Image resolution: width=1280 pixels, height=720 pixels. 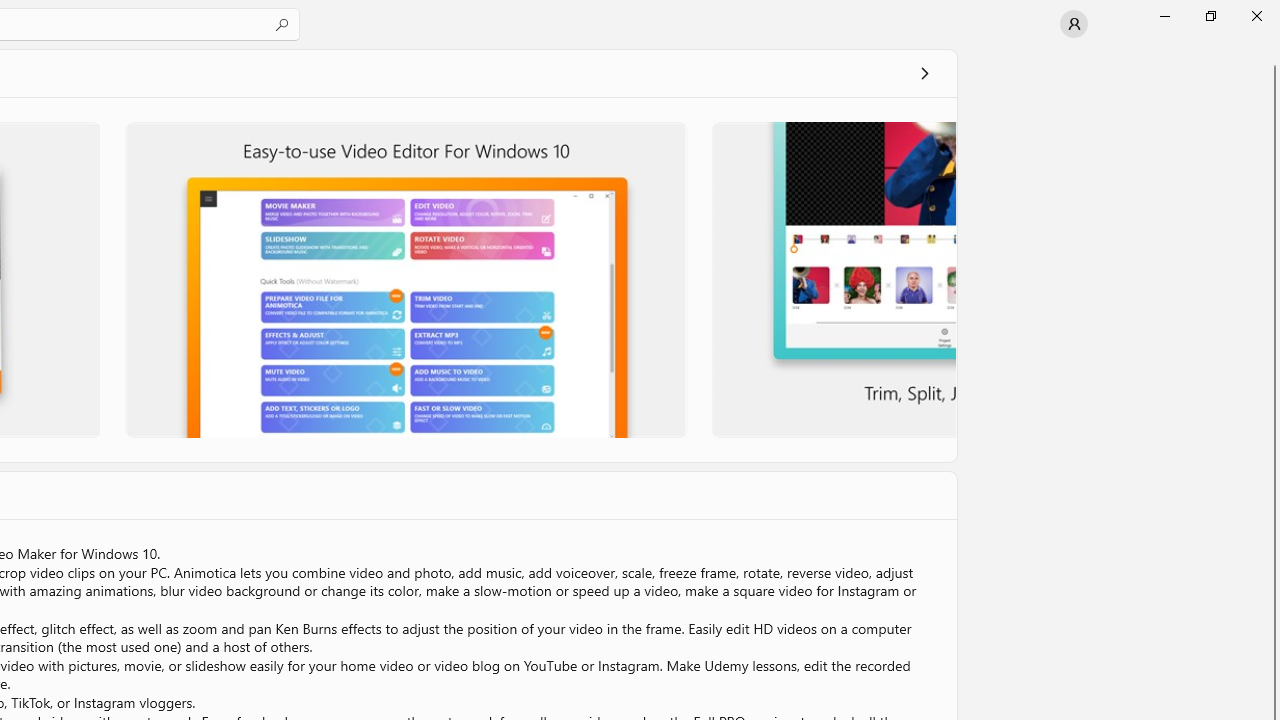 What do you see at coordinates (1255, 15) in the screenshot?
I see `'Close Microsoft Store'` at bounding box center [1255, 15].